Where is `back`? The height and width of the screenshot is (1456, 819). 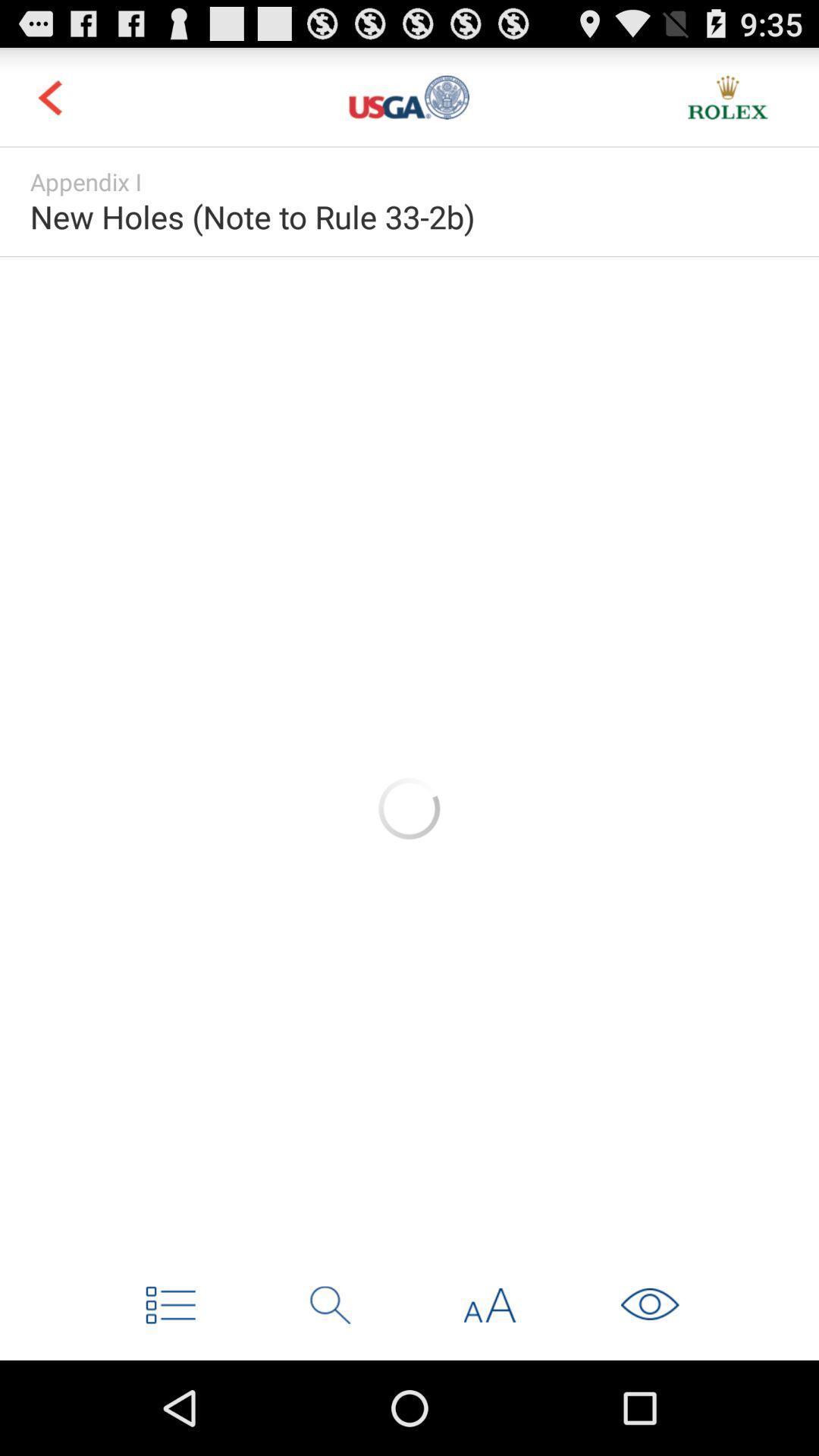
back is located at coordinates (49, 96).